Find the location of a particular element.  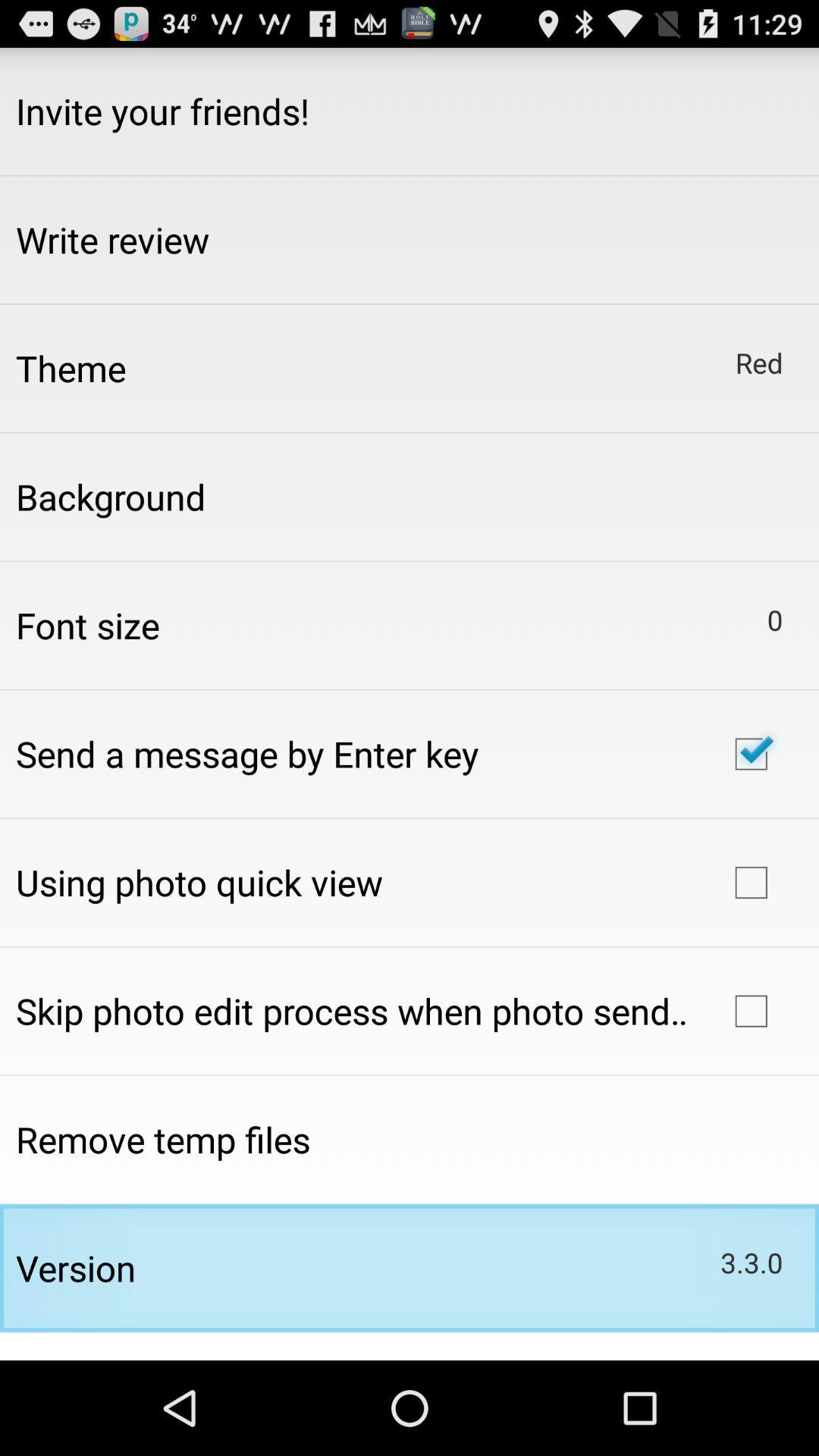

item to the left of 3.3.0 icon is located at coordinates (76, 1268).